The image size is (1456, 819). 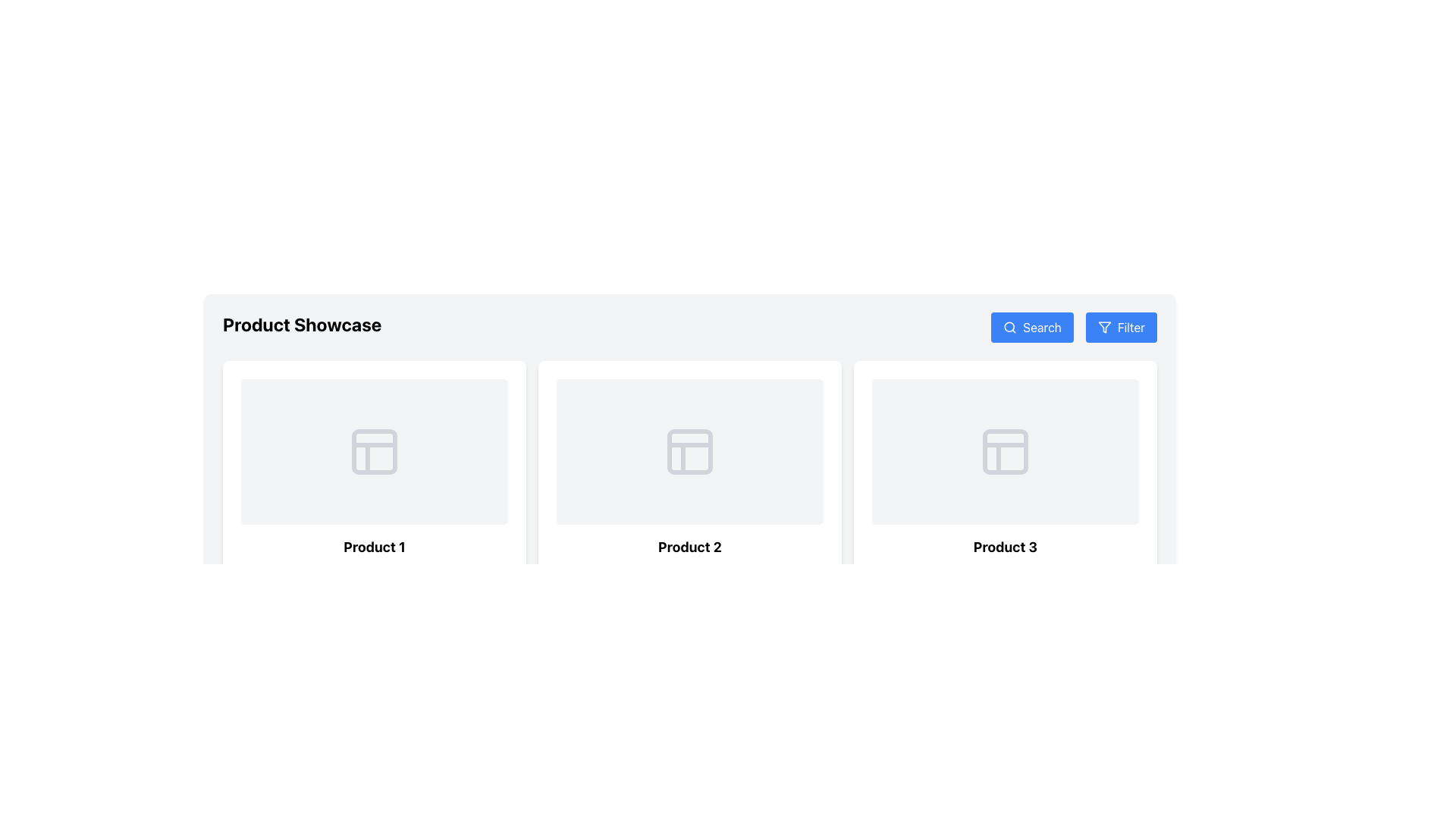 I want to click on the 'Filter' button located at the top right corner of the interface, so click(x=1131, y=327).